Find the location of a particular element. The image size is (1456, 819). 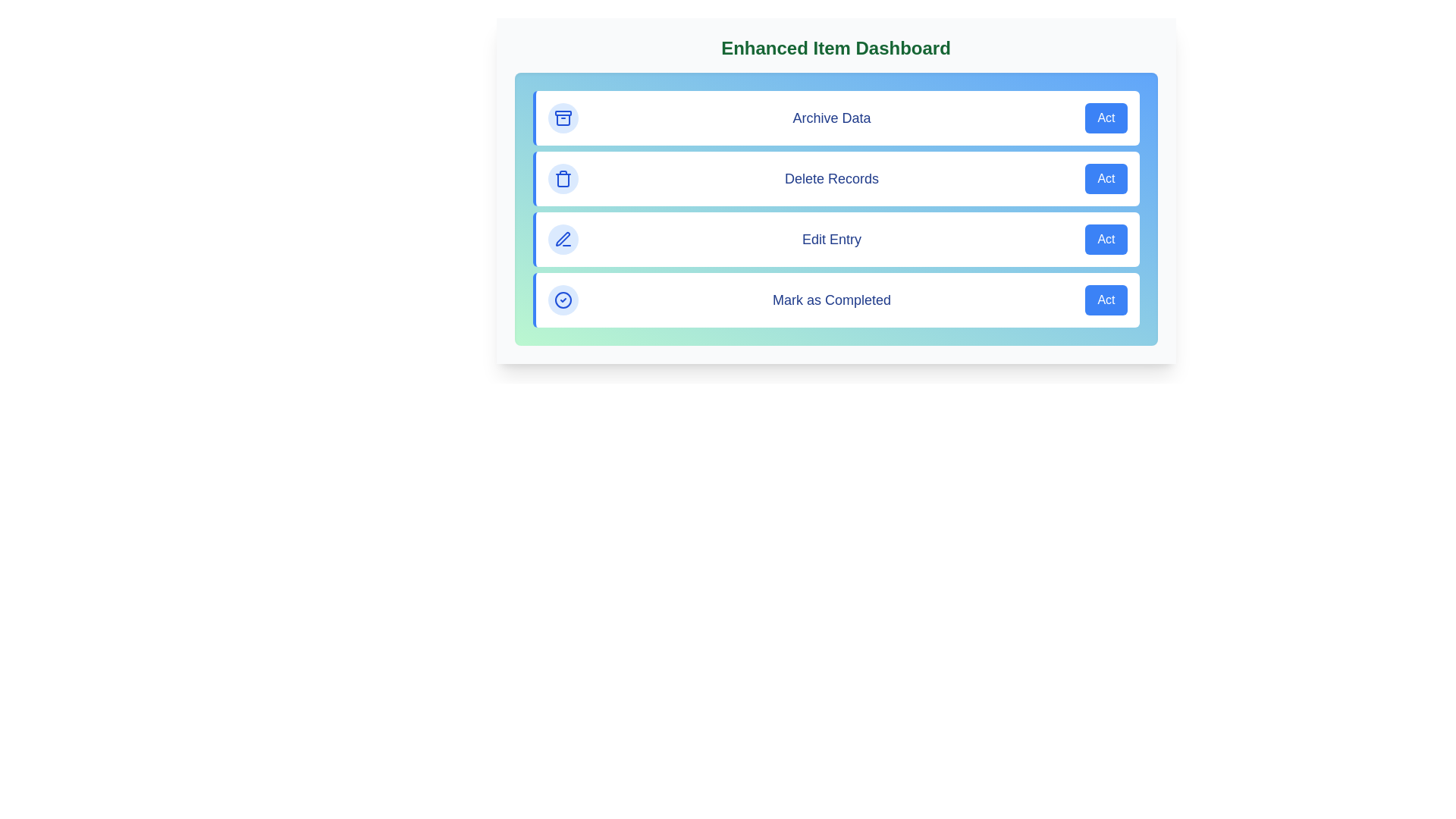

the action item labeled 'Edit Entry' to observe its hover effect is located at coordinates (835, 239).